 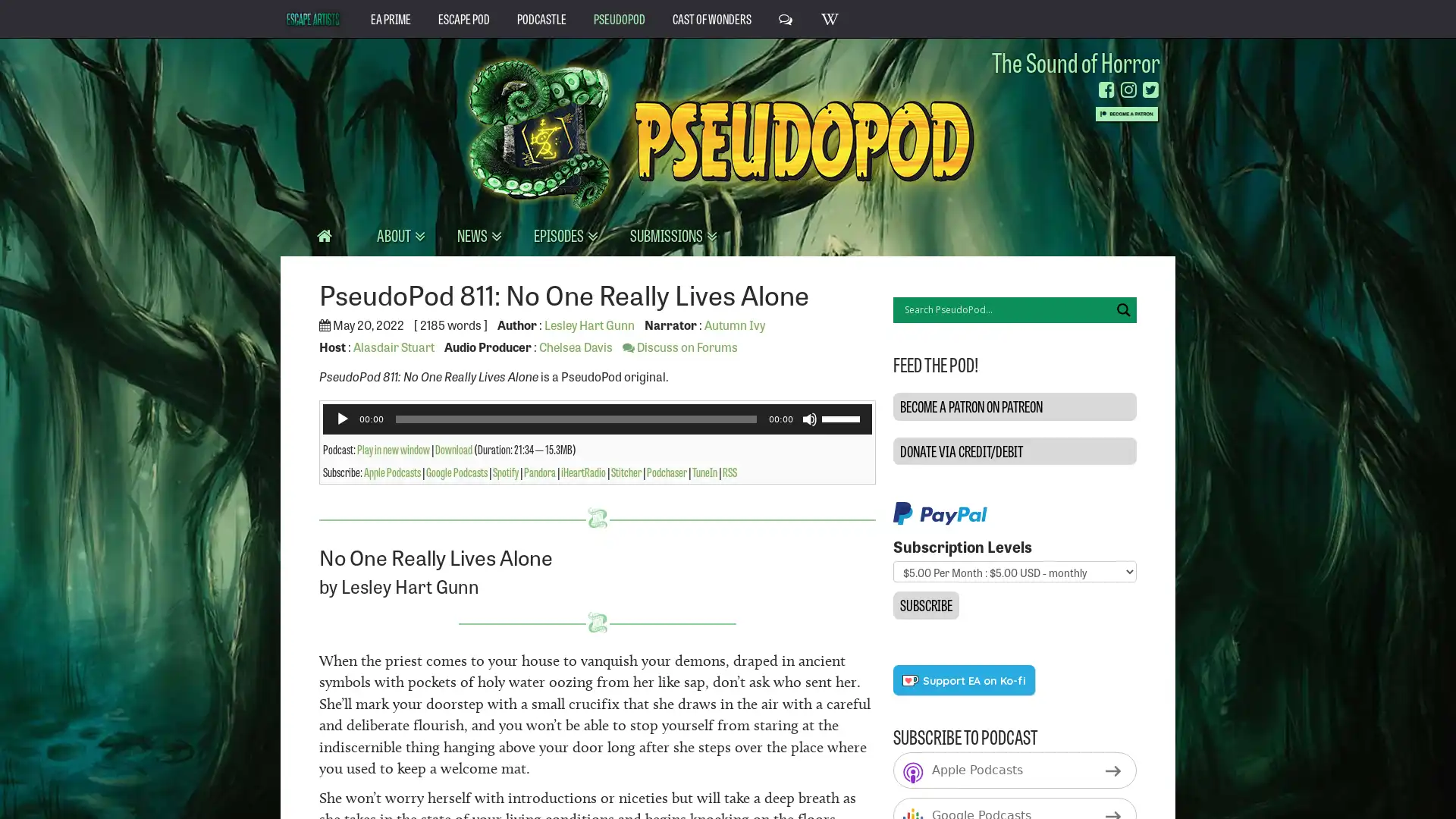 I want to click on Donate via Credit/Debit, so click(x=1014, y=450).